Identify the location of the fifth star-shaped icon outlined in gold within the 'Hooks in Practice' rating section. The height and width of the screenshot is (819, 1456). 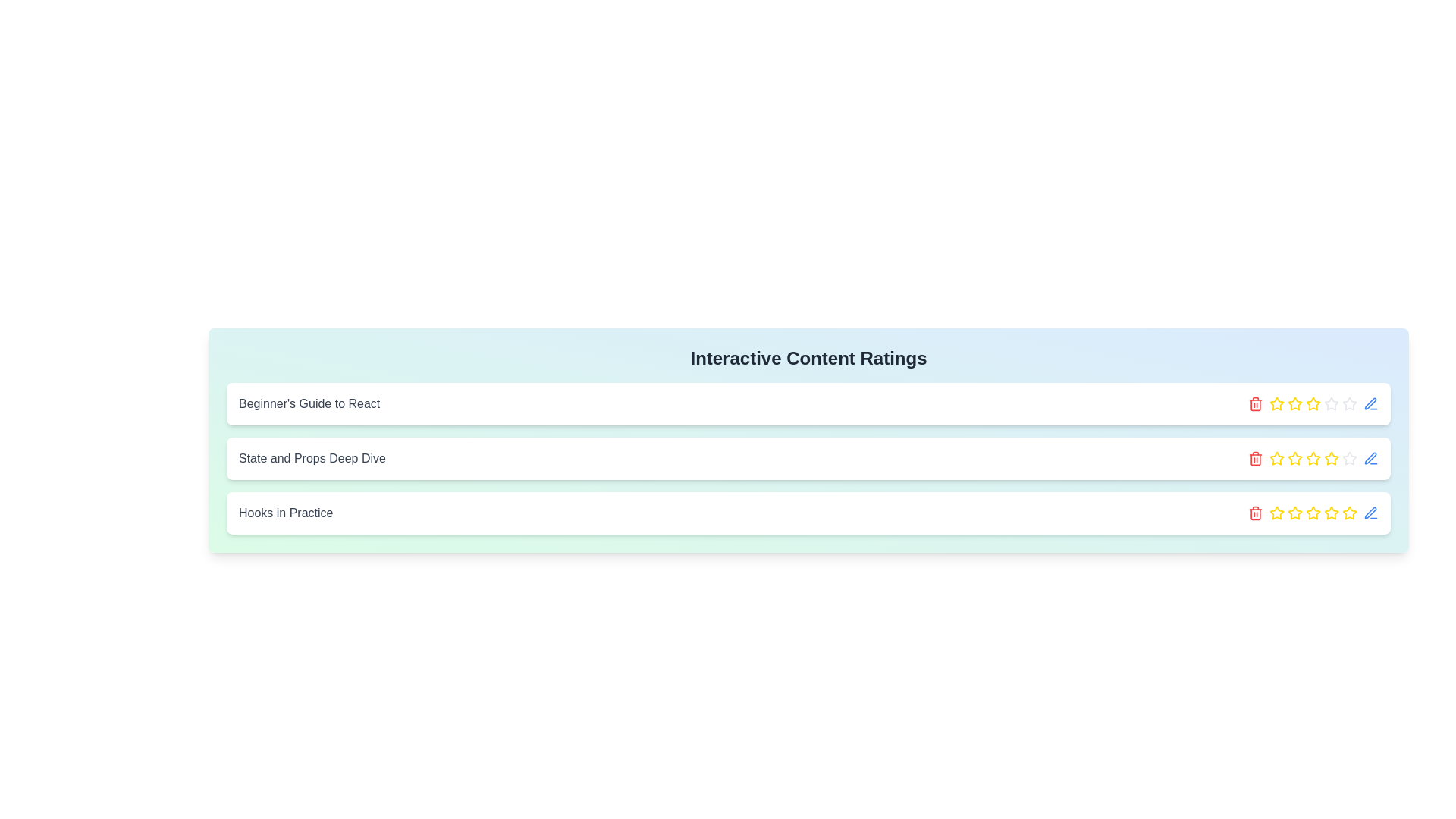
(1313, 513).